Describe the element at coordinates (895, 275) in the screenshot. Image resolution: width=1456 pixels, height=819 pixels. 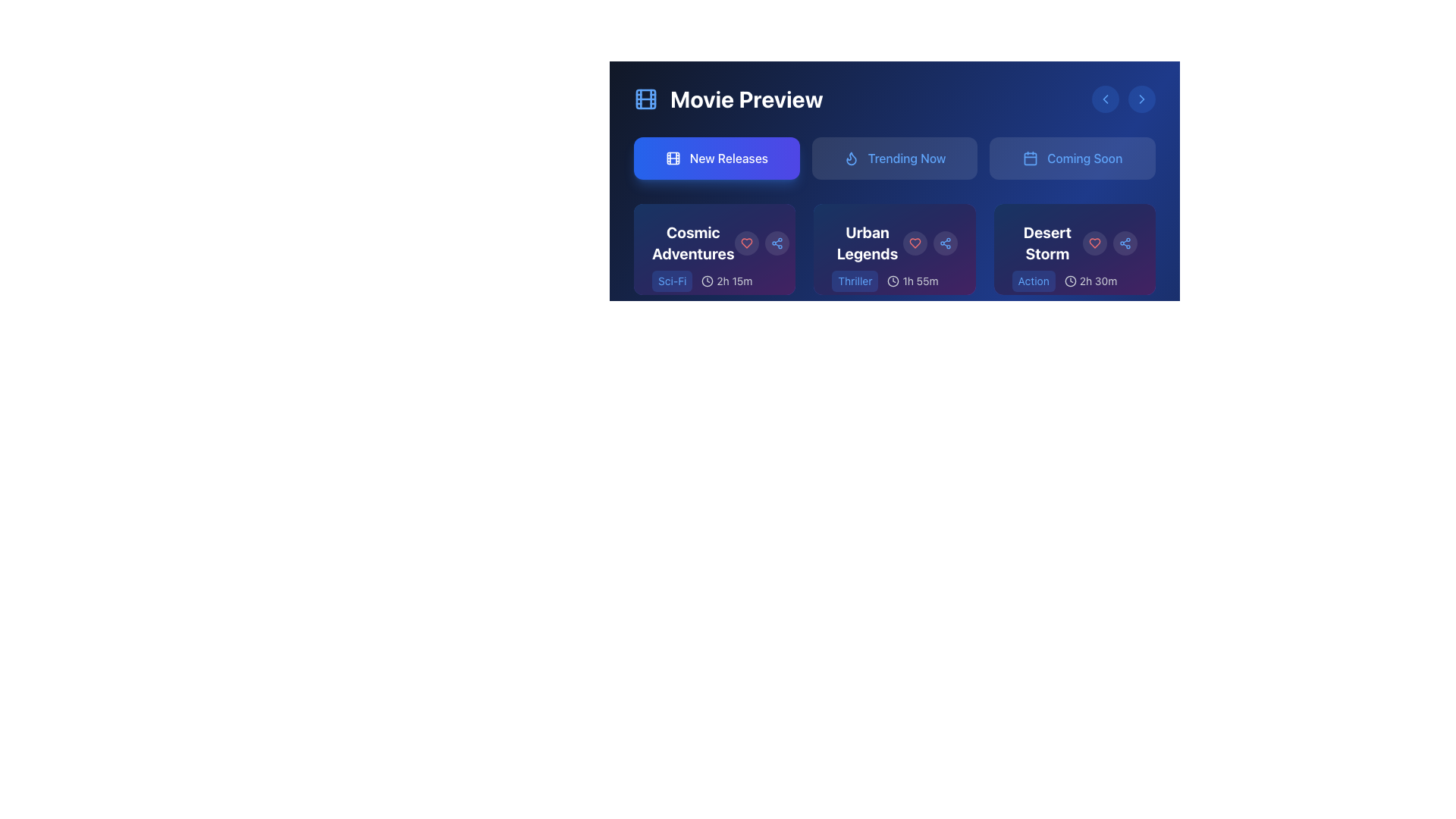
I see `the Text Label with Icon displaying '1h 55m' located in the lower section of the 'Urban Legends' movie card, which is styled with a blue theme and includes a clock icon to the left` at that location.